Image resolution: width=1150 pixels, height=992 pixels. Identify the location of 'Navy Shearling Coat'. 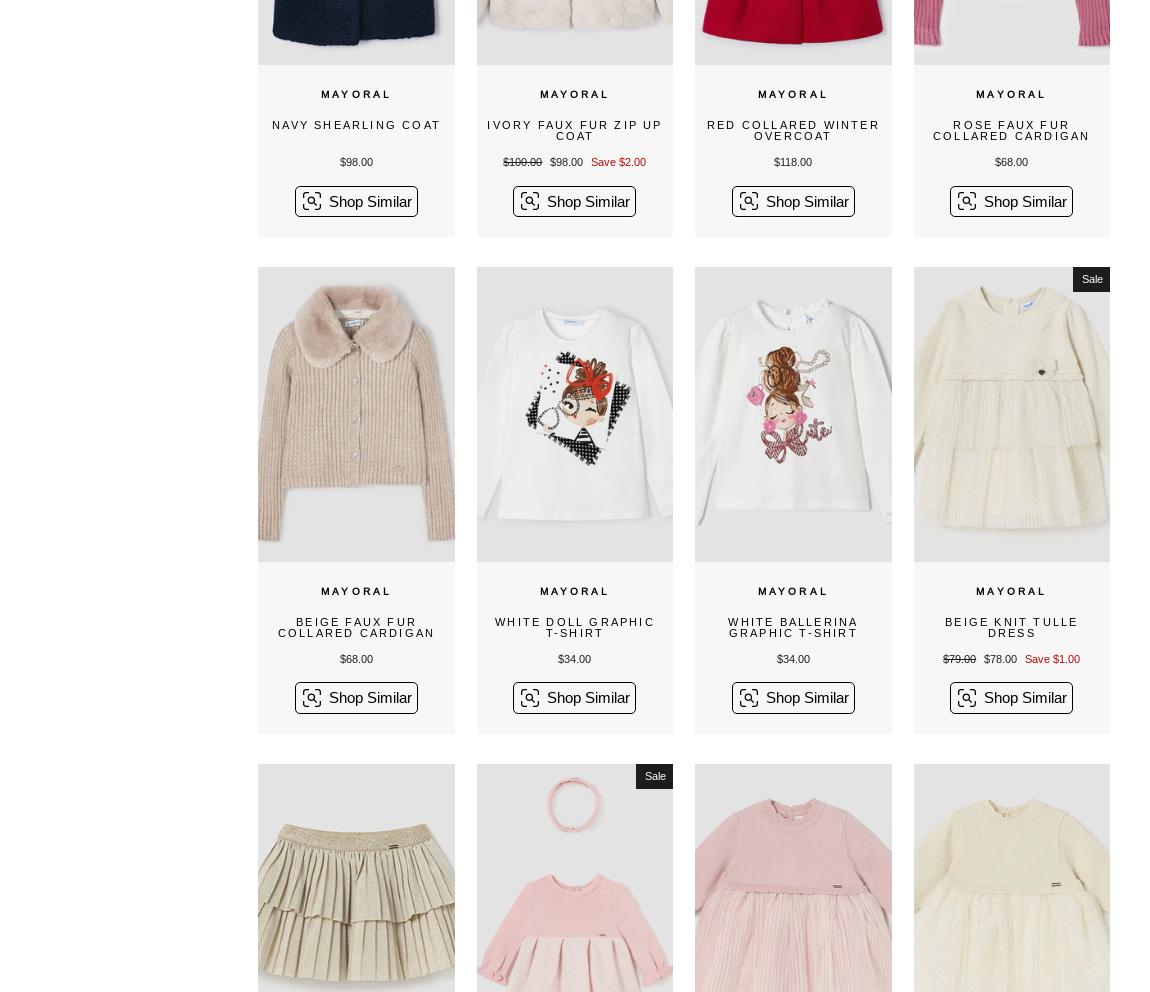
(356, 123).